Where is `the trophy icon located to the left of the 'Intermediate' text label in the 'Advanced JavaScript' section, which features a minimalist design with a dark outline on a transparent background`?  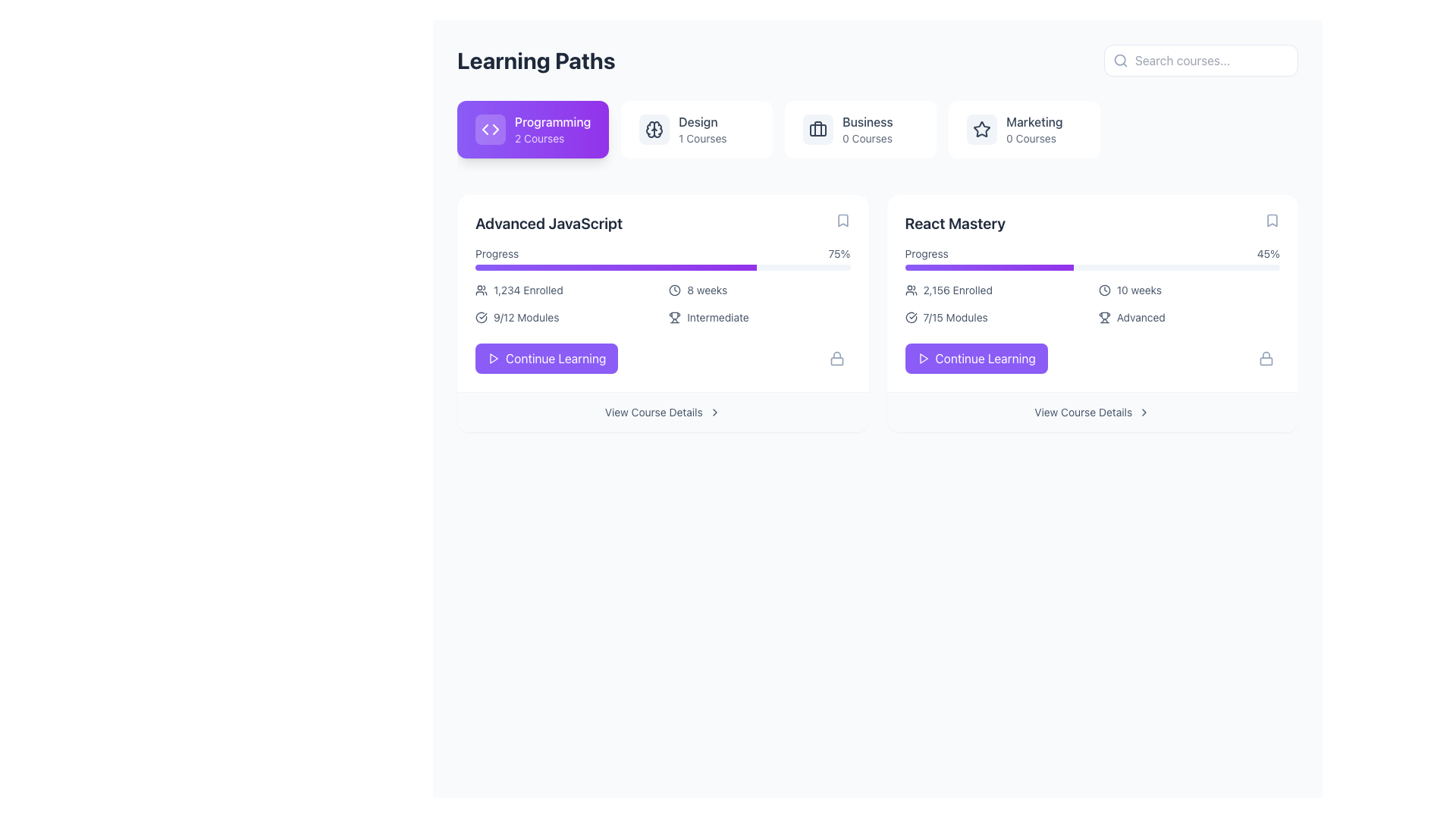
the trophy icon located to the left of the 'Intermediate' text label in the 'Advanced JavaScript' section, which features a minimalist design with a dark outline on a transparent background is located at coordinates (674, 317).